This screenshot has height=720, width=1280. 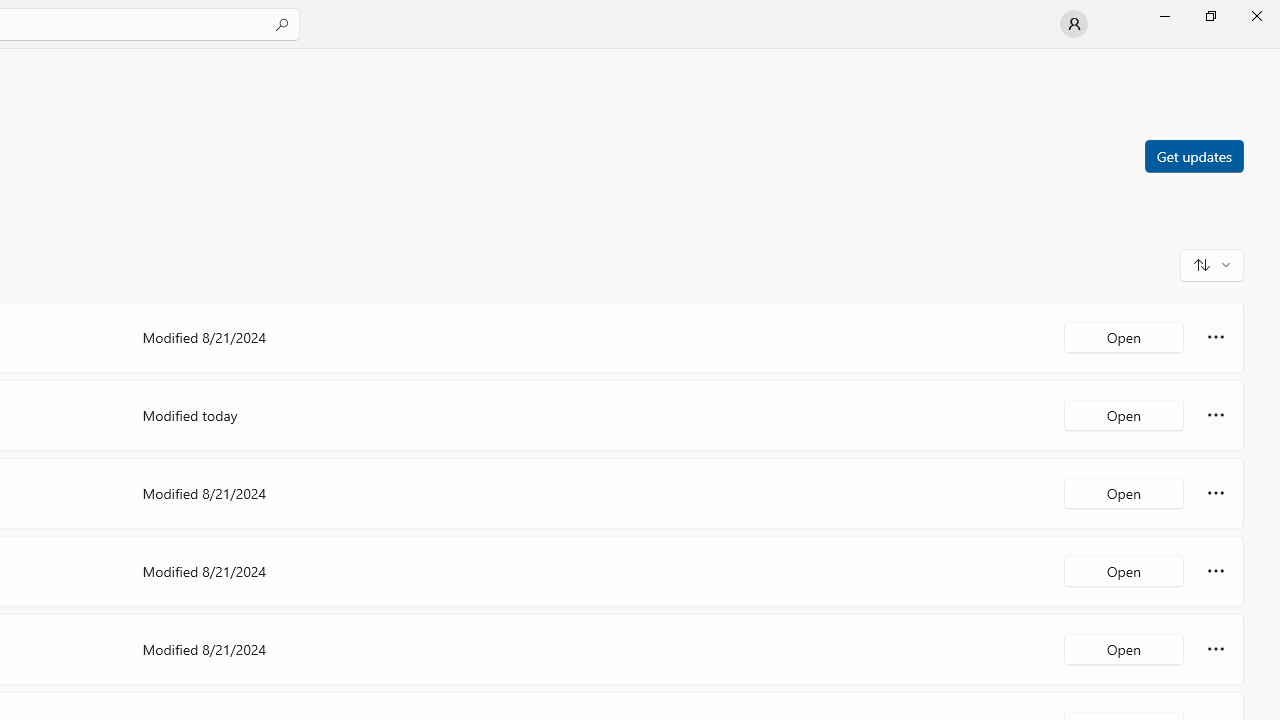 What do you see at coordinates (1211, 263) in the screenshot?
I see `'Sort and filter'` at bounding box center [1211, 263].